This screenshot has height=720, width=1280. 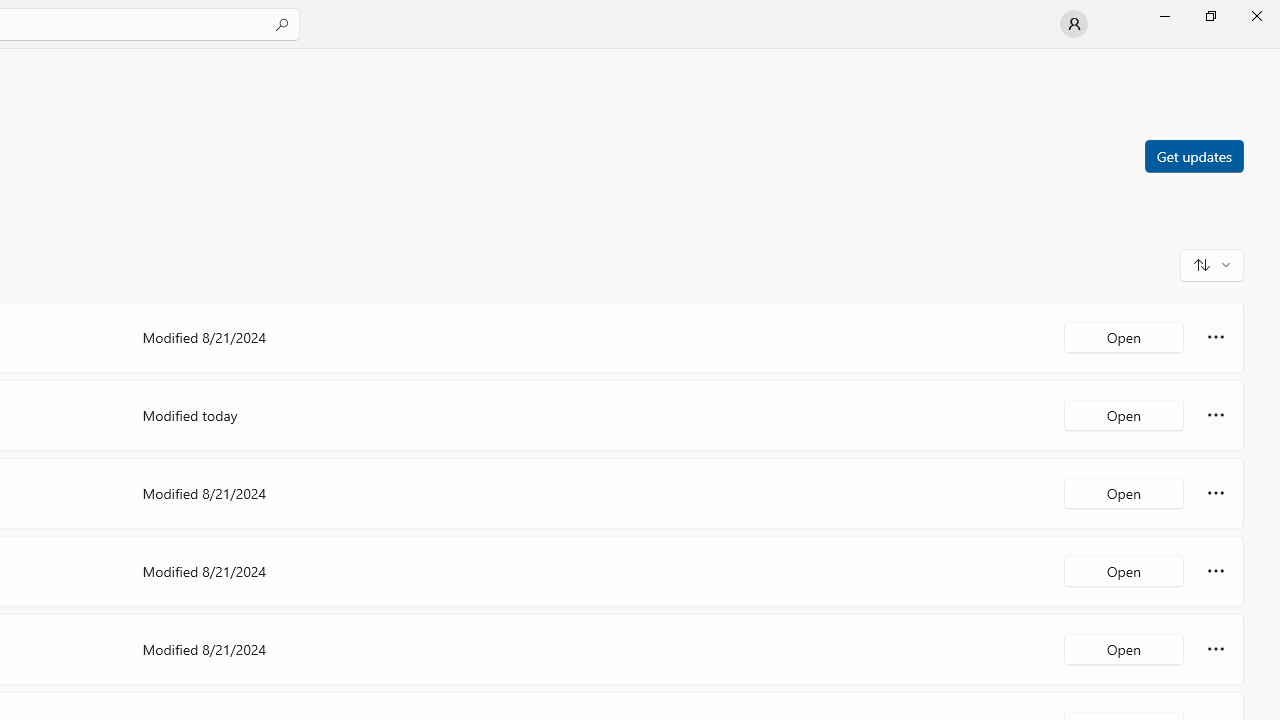 What do you see at coordinates (1211, 263) in the screenshot?
I see `'Sort and filter'` at bounding box center [1211, 263].